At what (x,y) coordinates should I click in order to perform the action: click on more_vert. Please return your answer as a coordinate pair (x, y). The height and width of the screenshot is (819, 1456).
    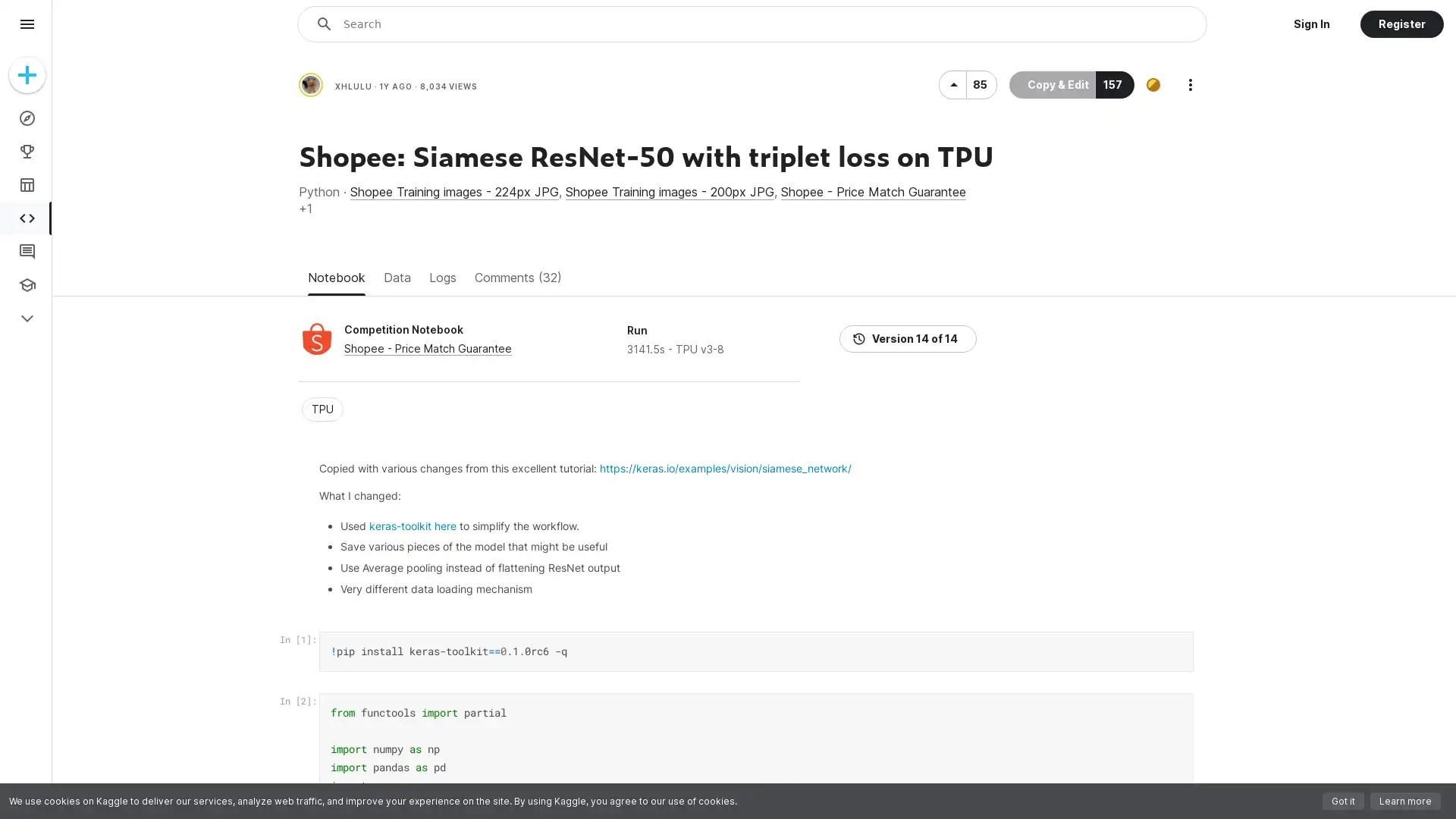
    Looking at the image, I should click on (1189, 259).